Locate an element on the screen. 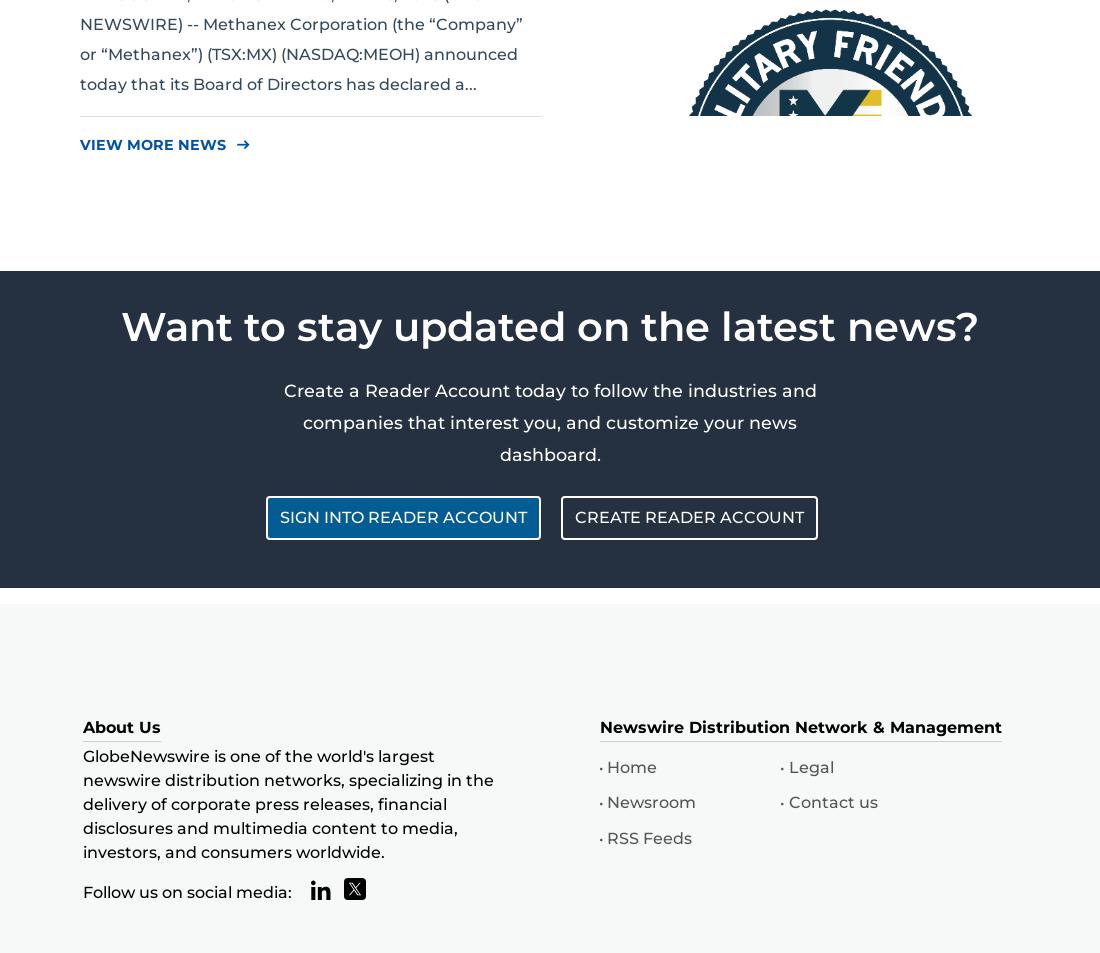 The image size is (1100, 953). 'About Us' is located at coordinates (121, 727).